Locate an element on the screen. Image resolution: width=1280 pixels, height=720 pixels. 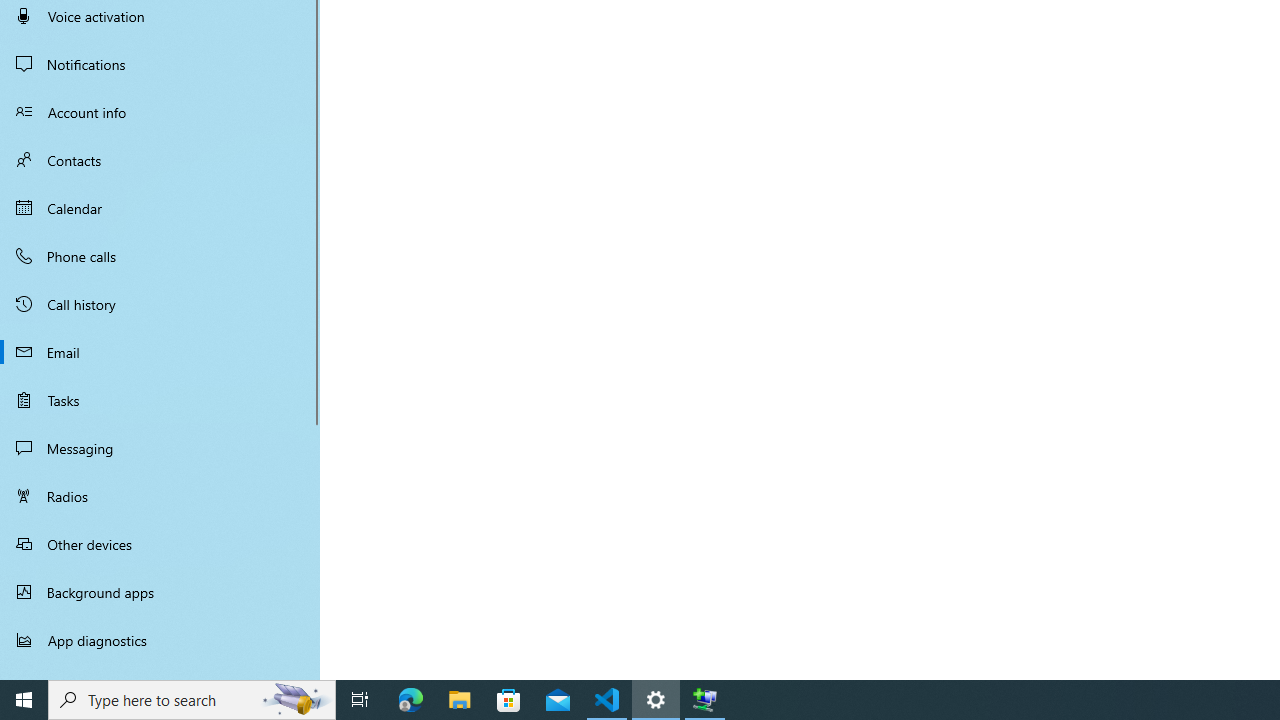
'Tasks' is located at coordinates (160, 399).